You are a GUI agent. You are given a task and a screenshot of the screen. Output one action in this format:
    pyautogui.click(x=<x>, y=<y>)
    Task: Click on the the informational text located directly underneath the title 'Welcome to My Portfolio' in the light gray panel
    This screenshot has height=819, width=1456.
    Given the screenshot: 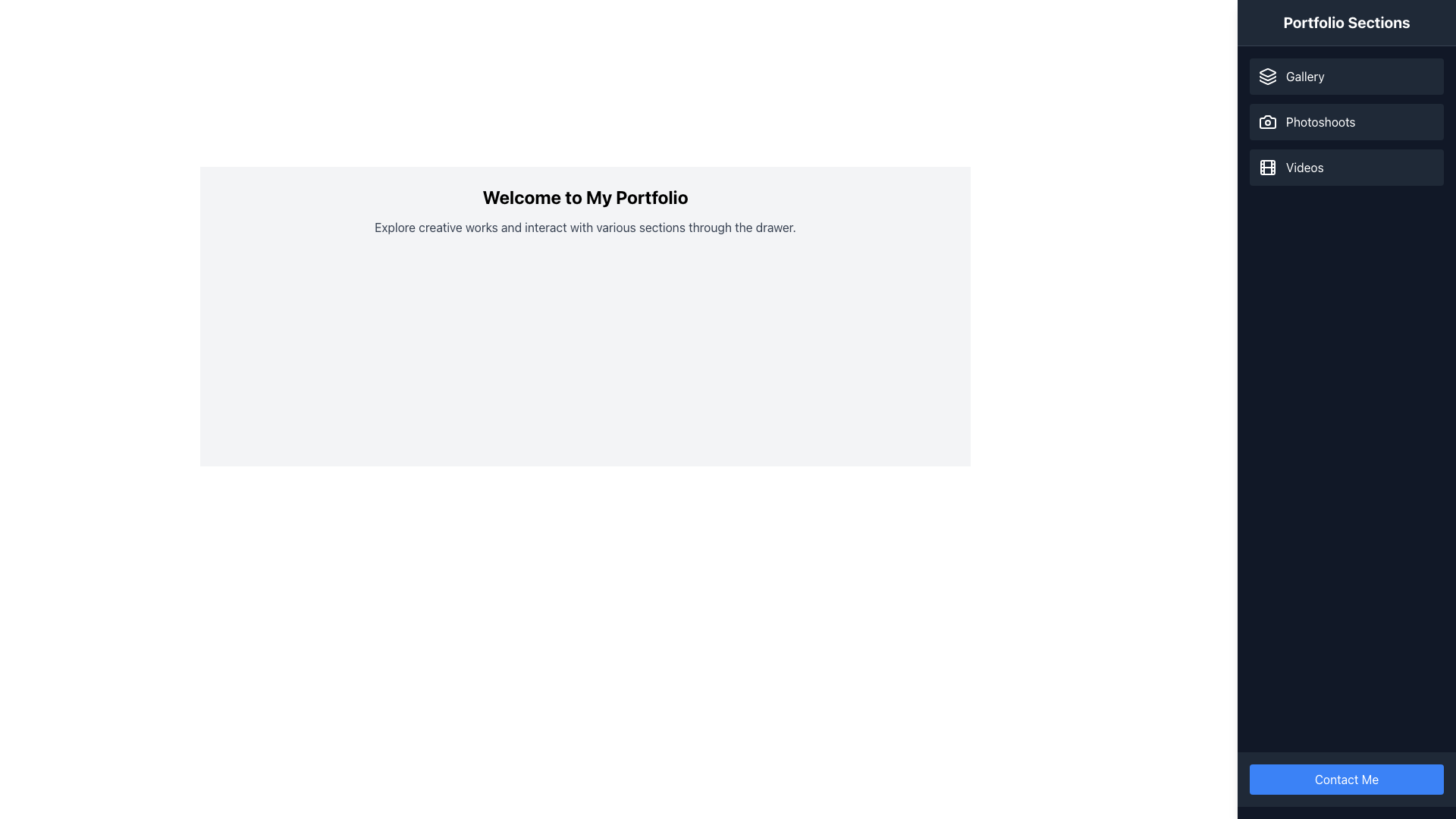 What is the action you would take?
    pyautogui.click(x=585, y=227)
    